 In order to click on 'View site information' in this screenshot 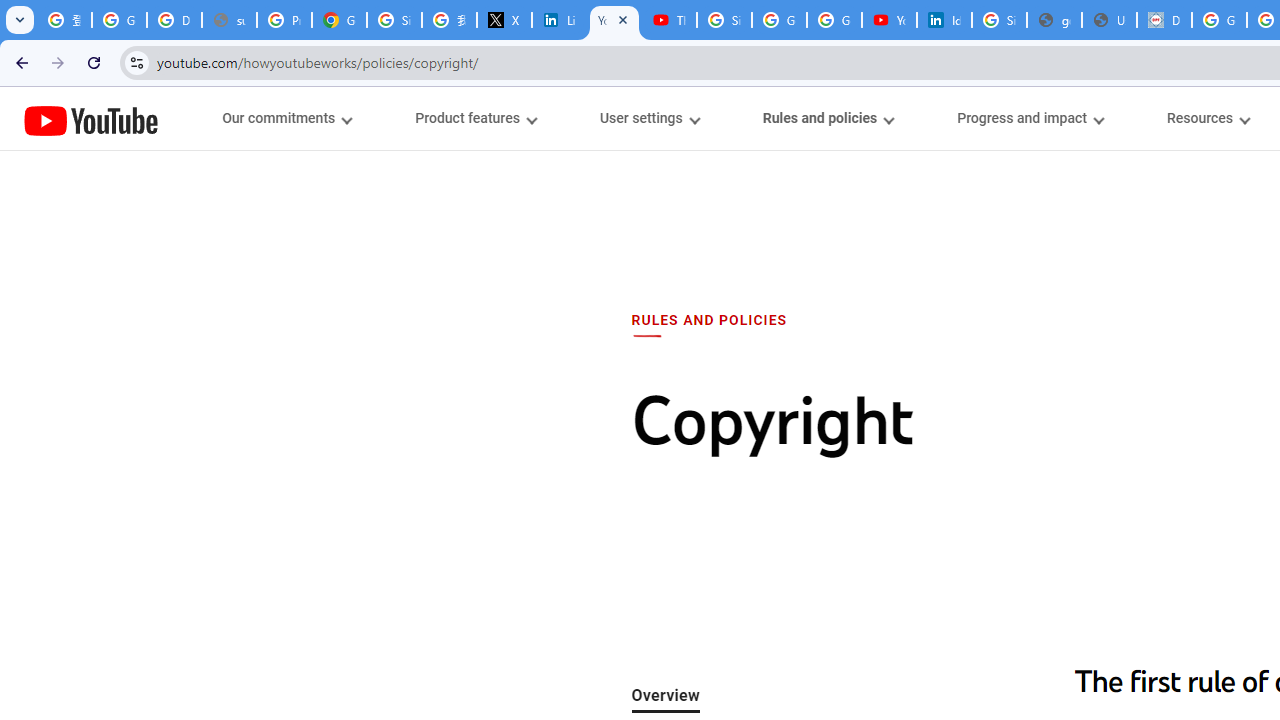, I will do `click(135, 61)`.